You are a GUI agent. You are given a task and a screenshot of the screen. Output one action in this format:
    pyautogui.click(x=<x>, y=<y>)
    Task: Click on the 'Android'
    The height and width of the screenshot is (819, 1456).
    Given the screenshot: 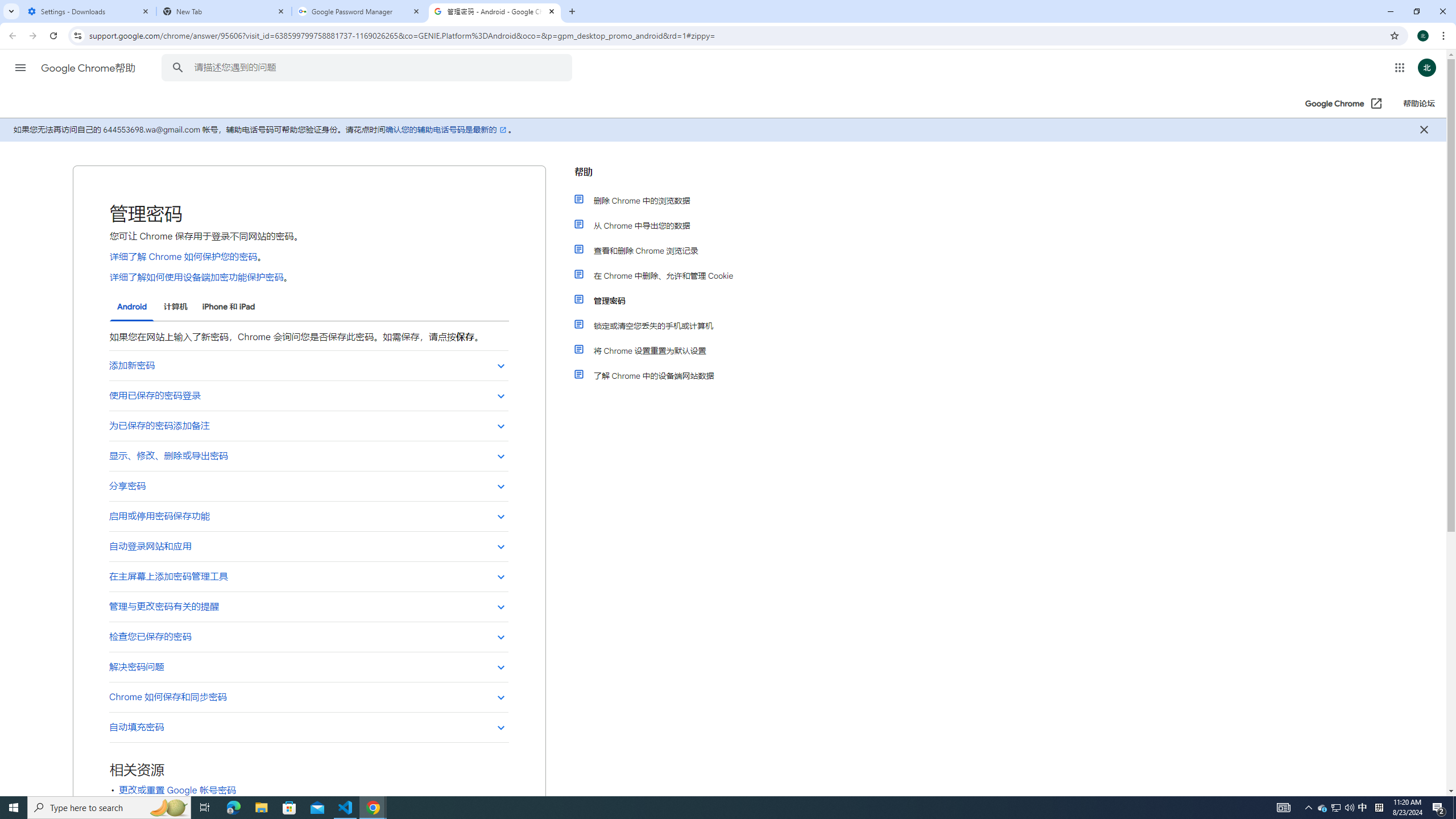 What is the action you would take?
    pyautogui.click(x=131, y=307)
    